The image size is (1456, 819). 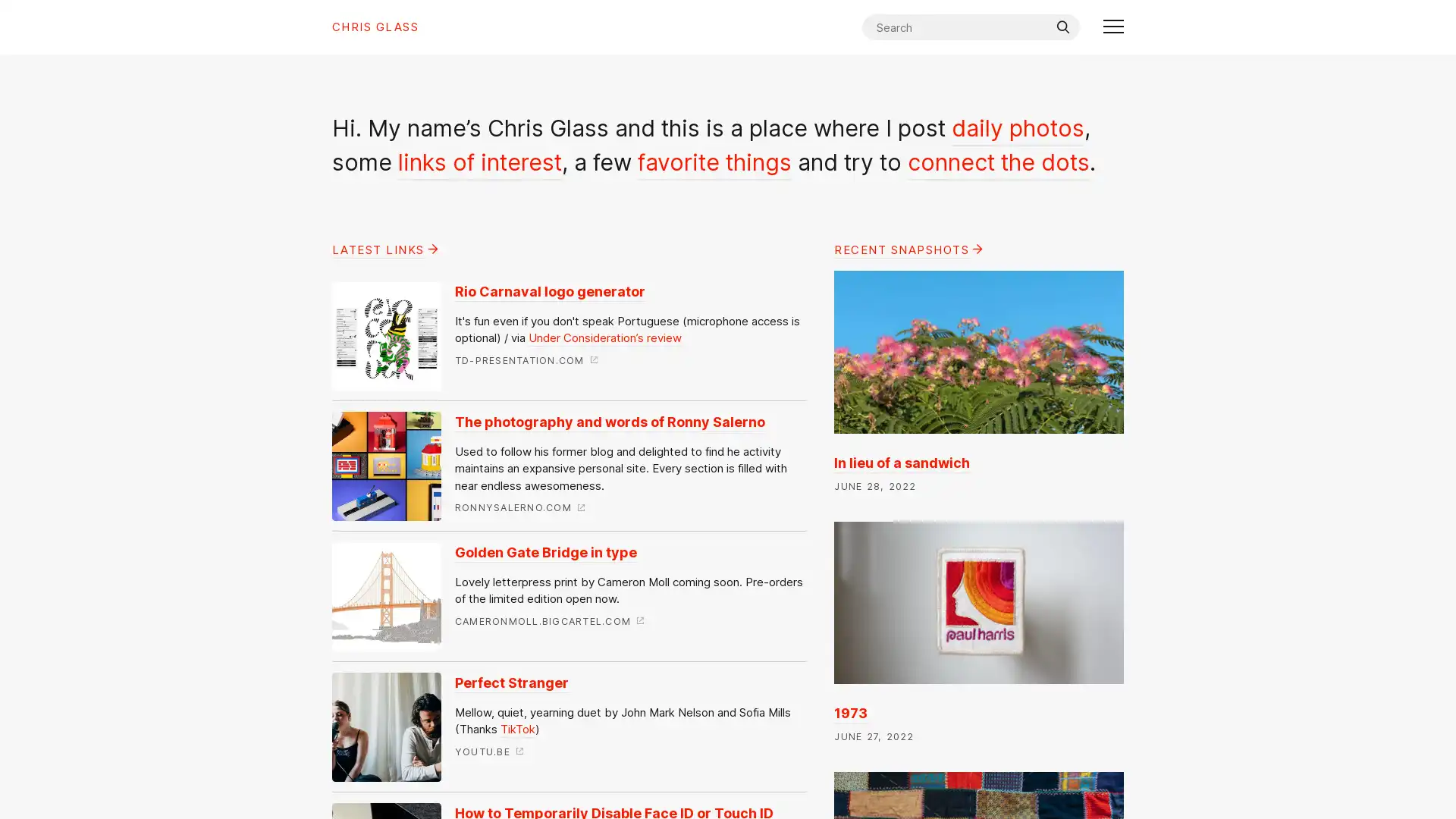 What do you see at coordinates (1062, 27) in the screenshot?
I see `Submit` at bounding box center [1062, 27].